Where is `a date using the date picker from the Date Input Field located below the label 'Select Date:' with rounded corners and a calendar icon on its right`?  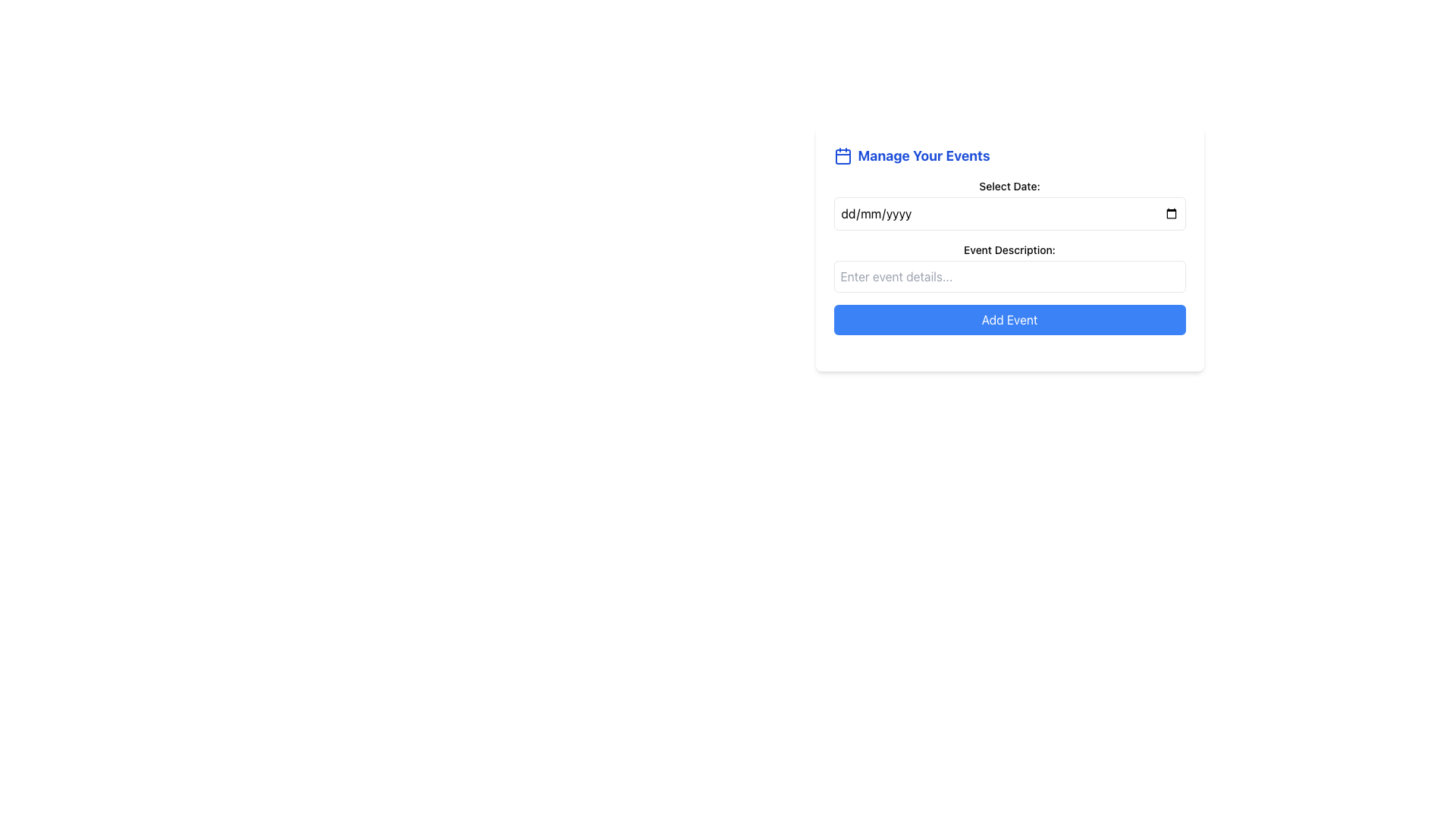
a date using the date picker from the Date Input Field located below the label 'Select Date:' with rounded corners and a calendar icon on its right is located at coordinates (1009, 213).